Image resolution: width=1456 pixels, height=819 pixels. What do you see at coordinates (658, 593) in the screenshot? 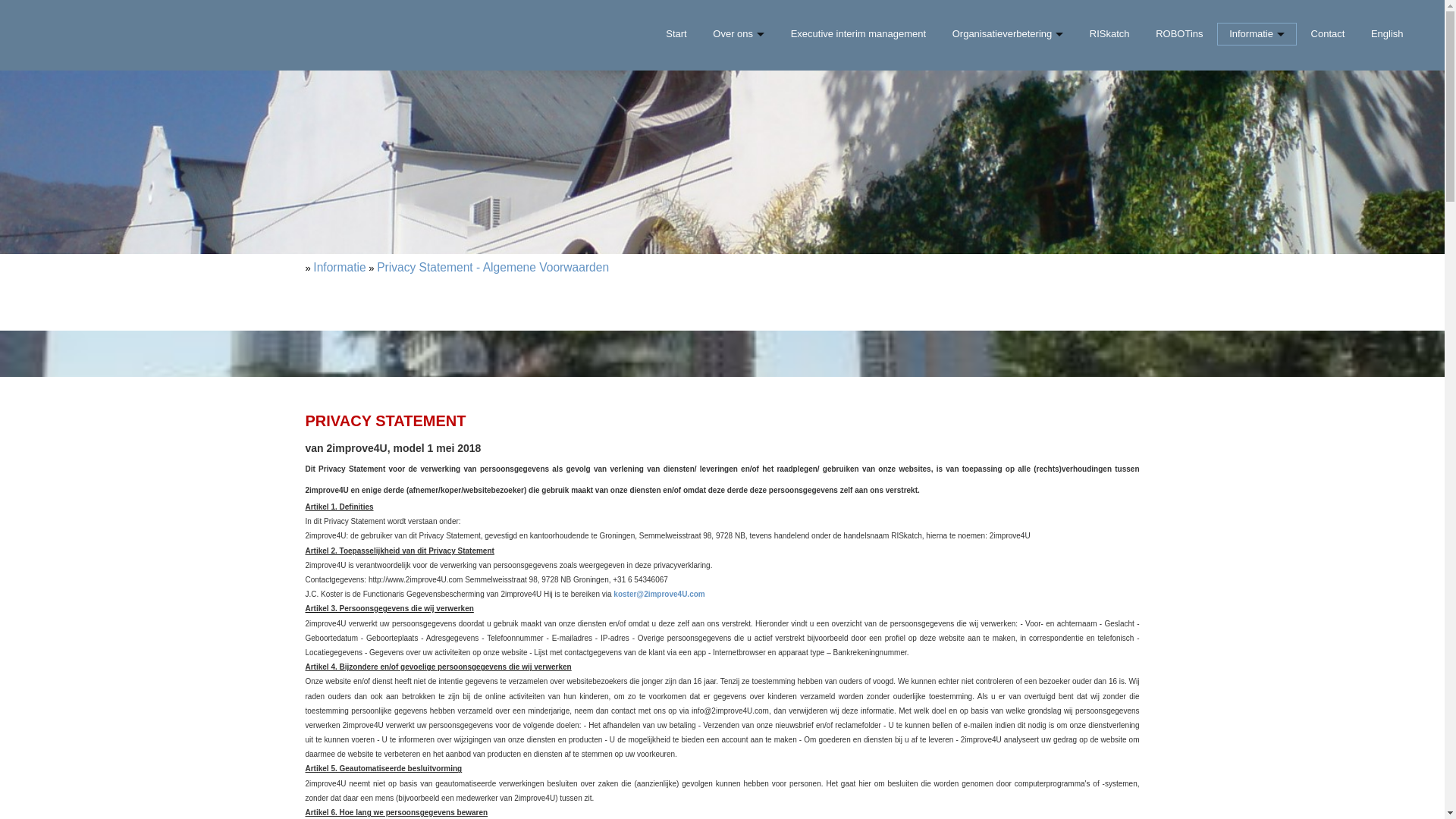
I see `'koster@2improve4U.com'` at bounding box center [658, 593].